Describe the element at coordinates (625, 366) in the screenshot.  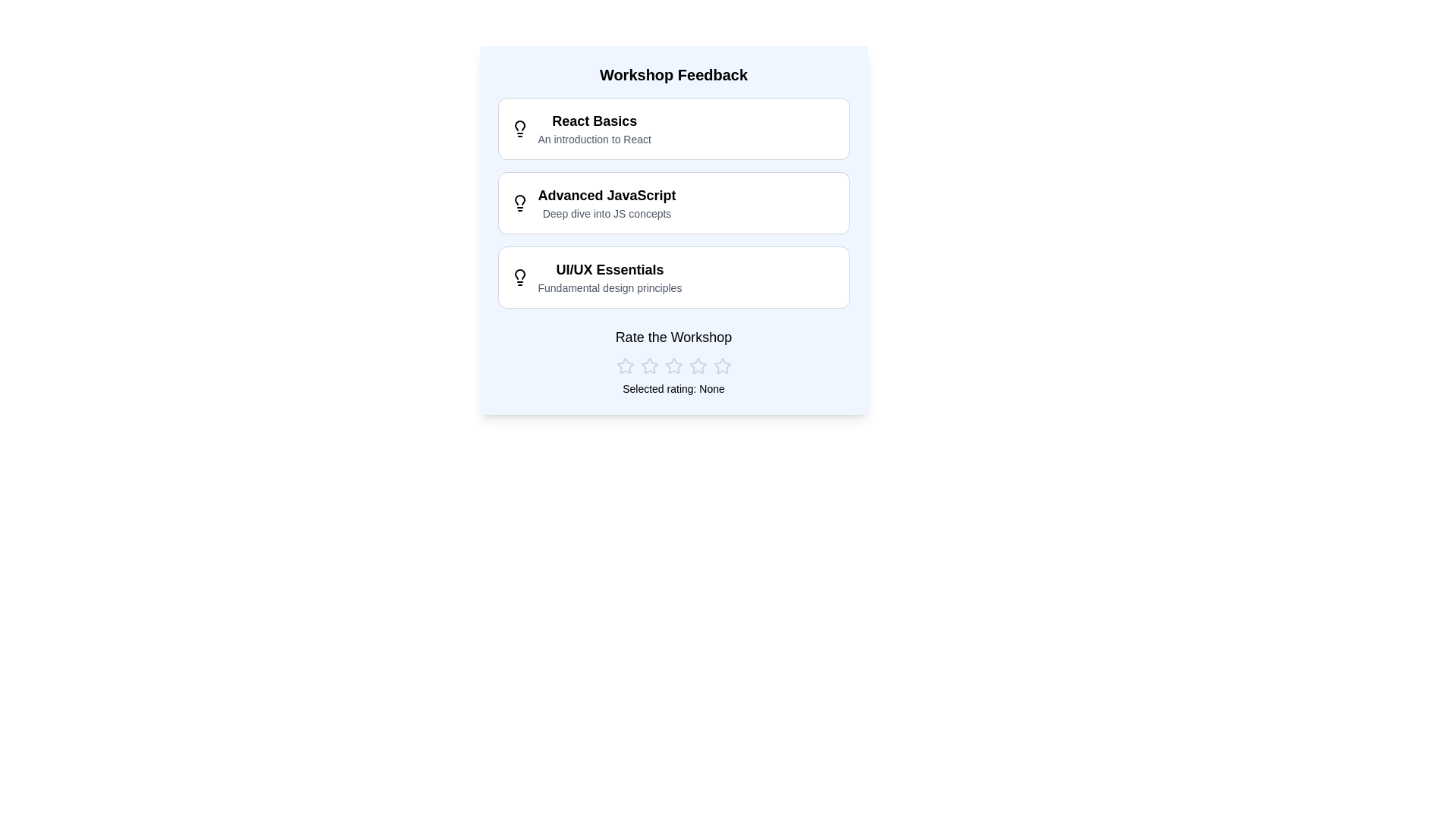
I see `the first star-shaped Iconic button for submitting a rating, located below the 'Rate the Workshop' section` at that location.